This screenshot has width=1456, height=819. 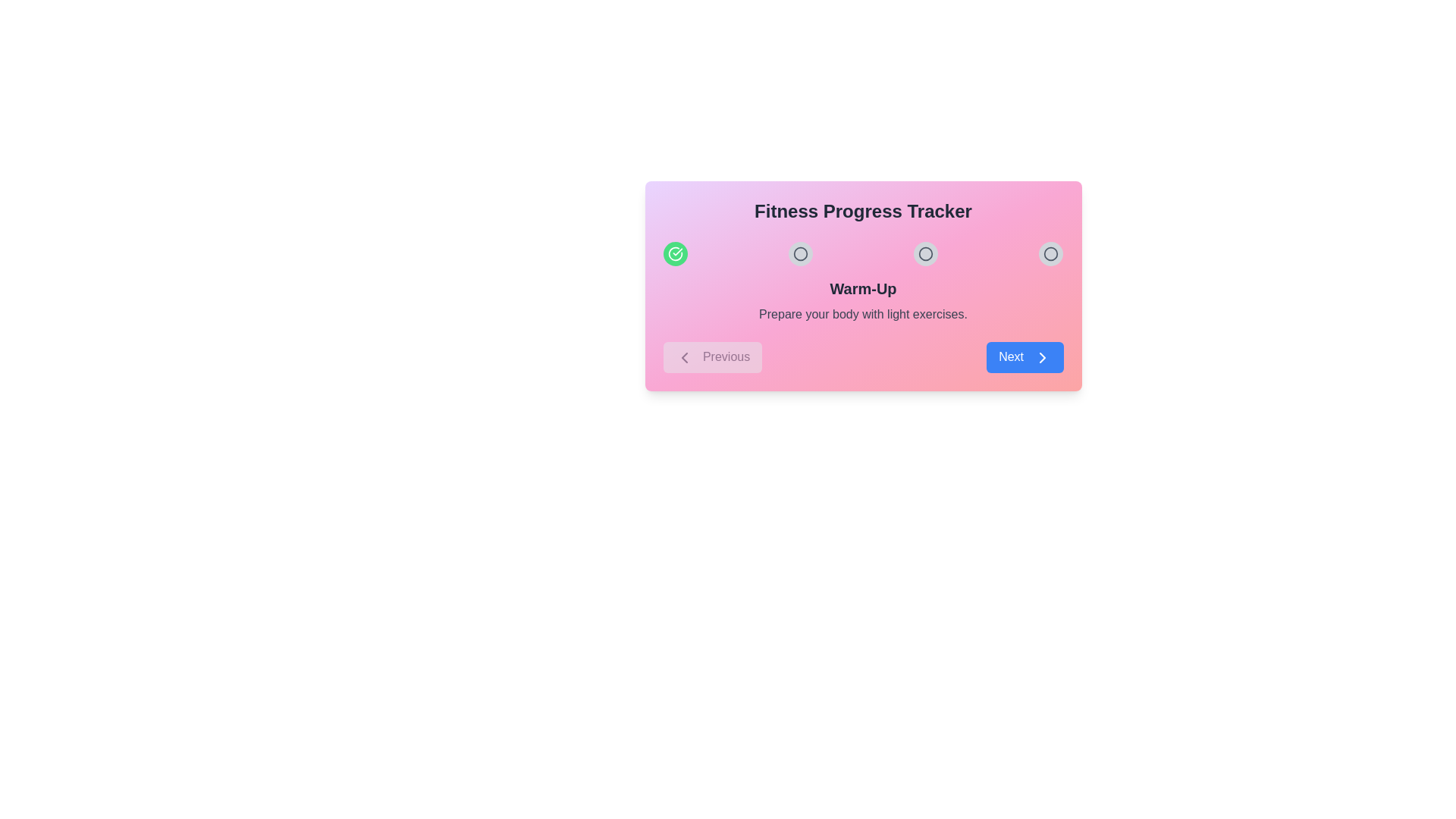 What do you see at coordinates (1041, 357) in the screenshot?
I see `the right-pointing chevron icon located at the bottom-right of the 'Next' button with a blue background and white text` at bounding box center [1041, 357].